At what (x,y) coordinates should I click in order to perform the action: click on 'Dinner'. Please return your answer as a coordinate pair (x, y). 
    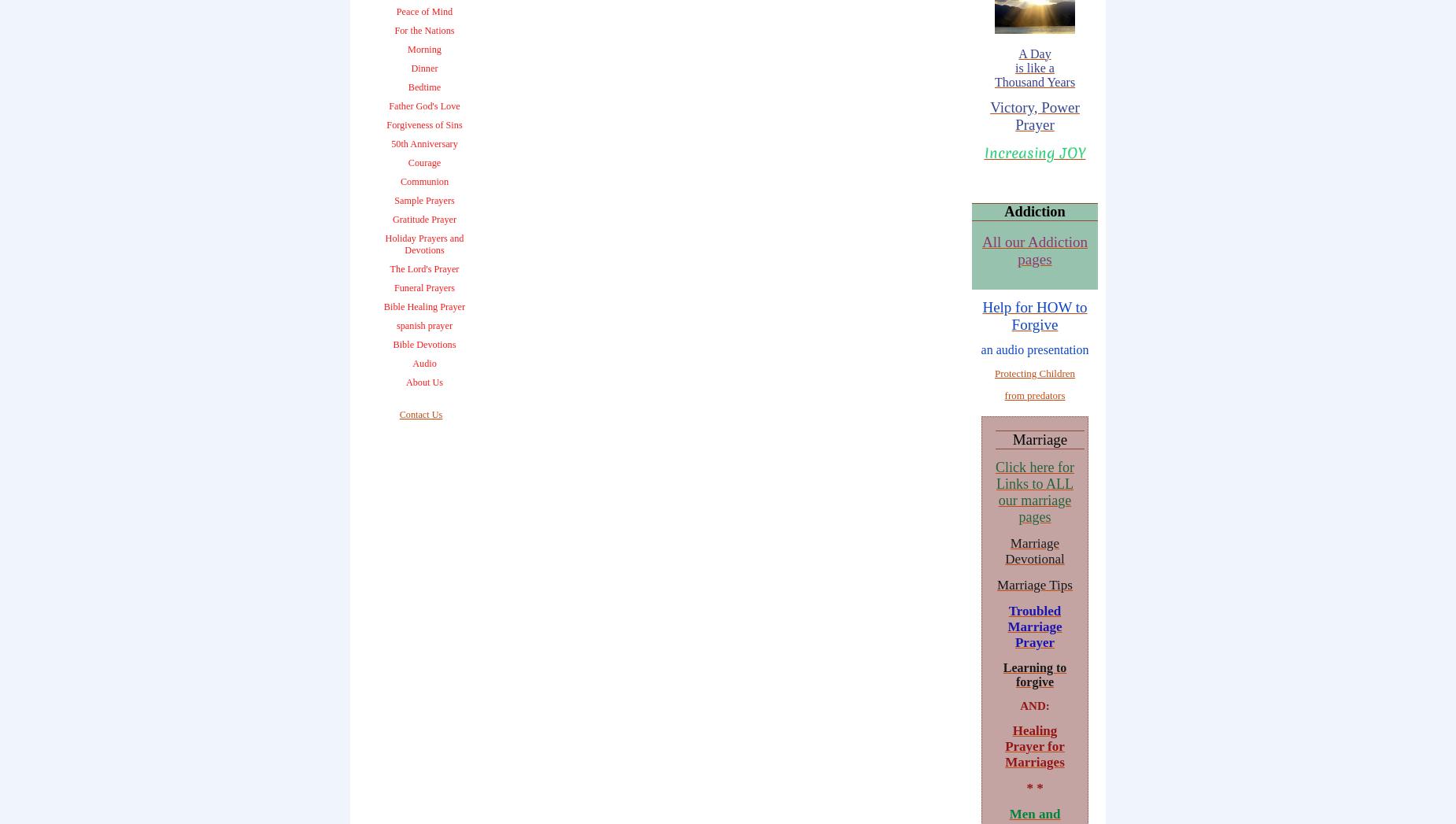
    Looking at the image, I should click on (424, 68).